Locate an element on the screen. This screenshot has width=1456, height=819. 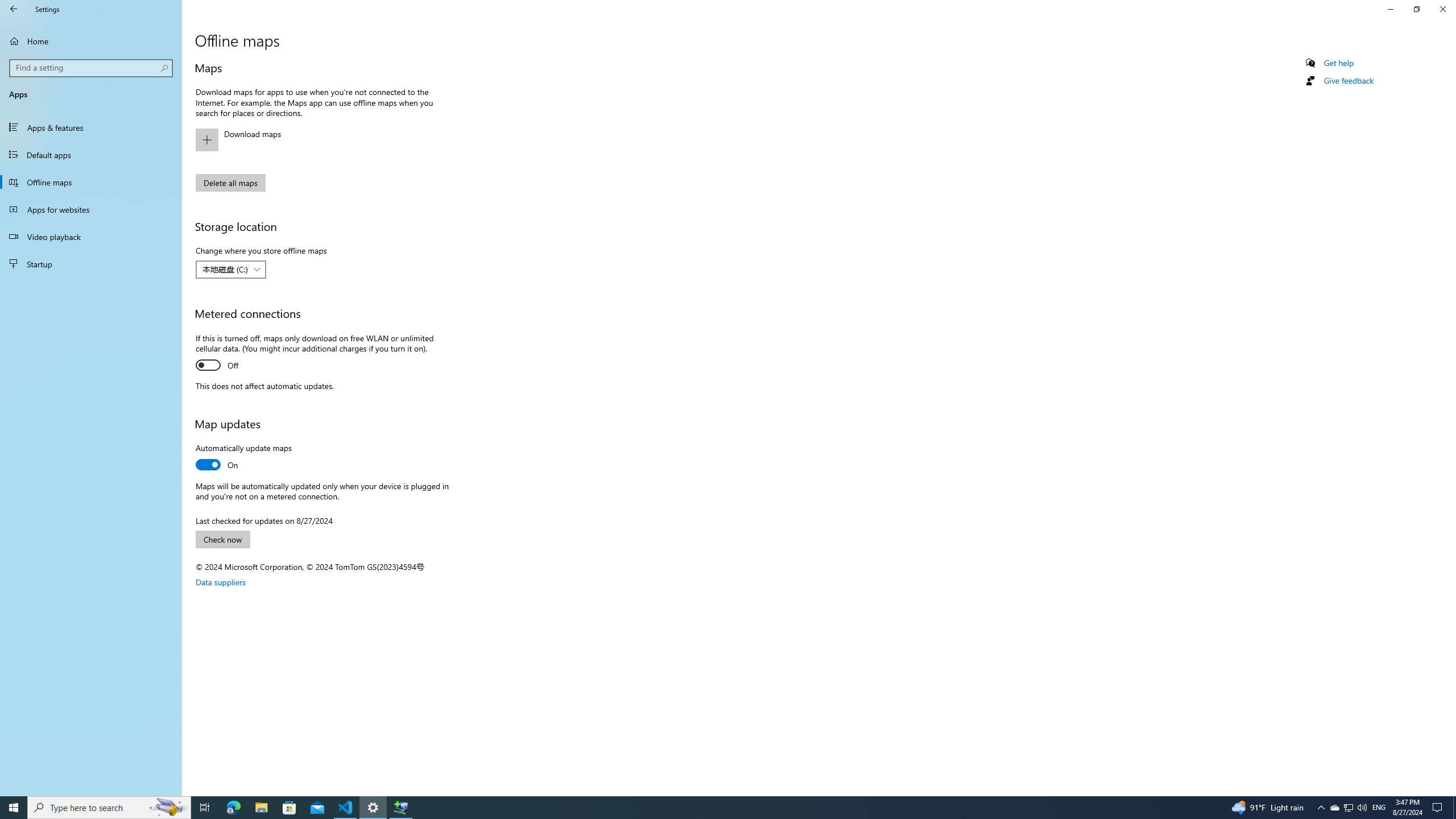
'Delete all maps' is located at coordinates (229, 183).